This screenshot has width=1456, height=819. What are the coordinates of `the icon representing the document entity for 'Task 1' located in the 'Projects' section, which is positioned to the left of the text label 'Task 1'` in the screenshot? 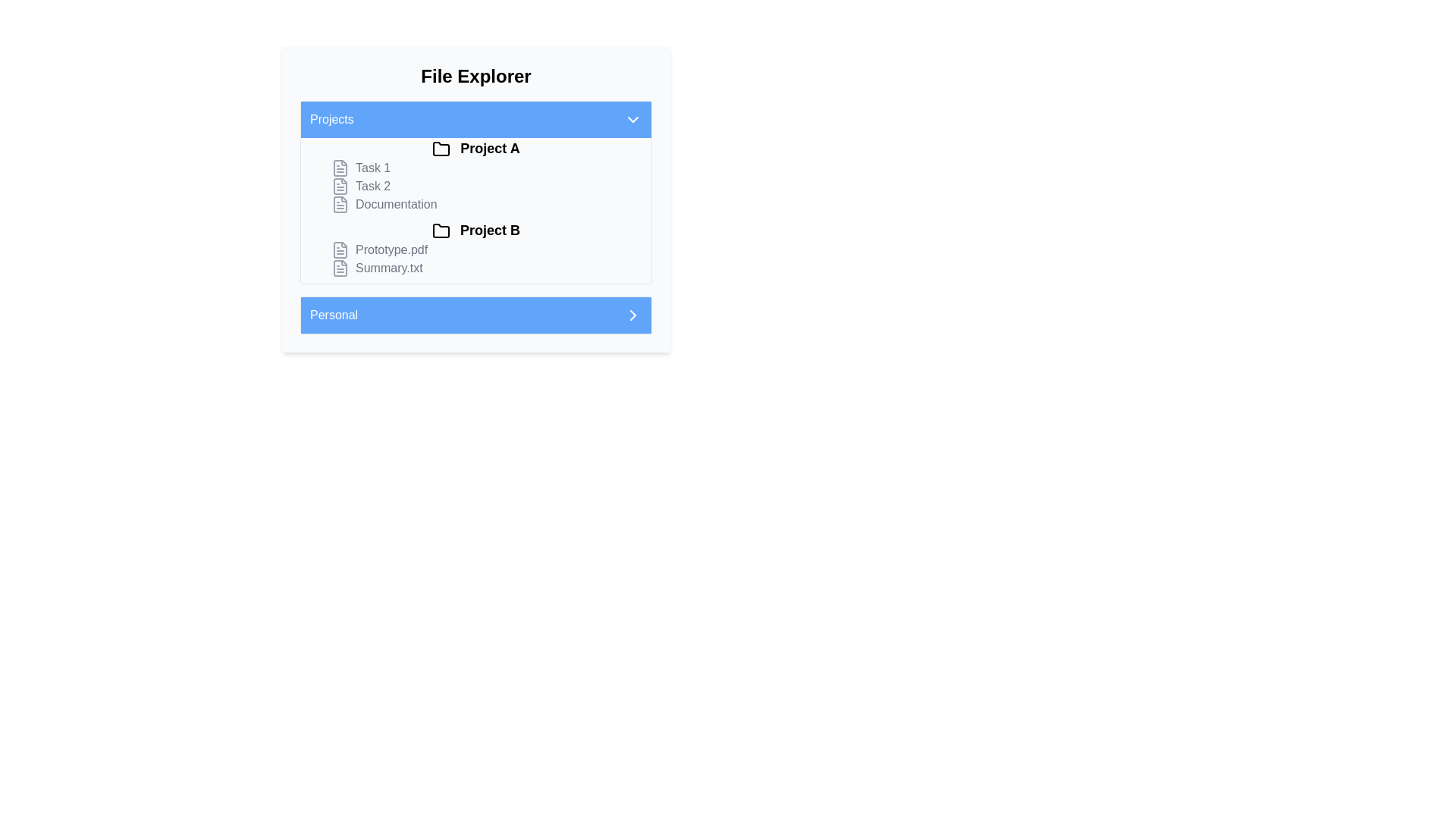 It's located at (340, 168).